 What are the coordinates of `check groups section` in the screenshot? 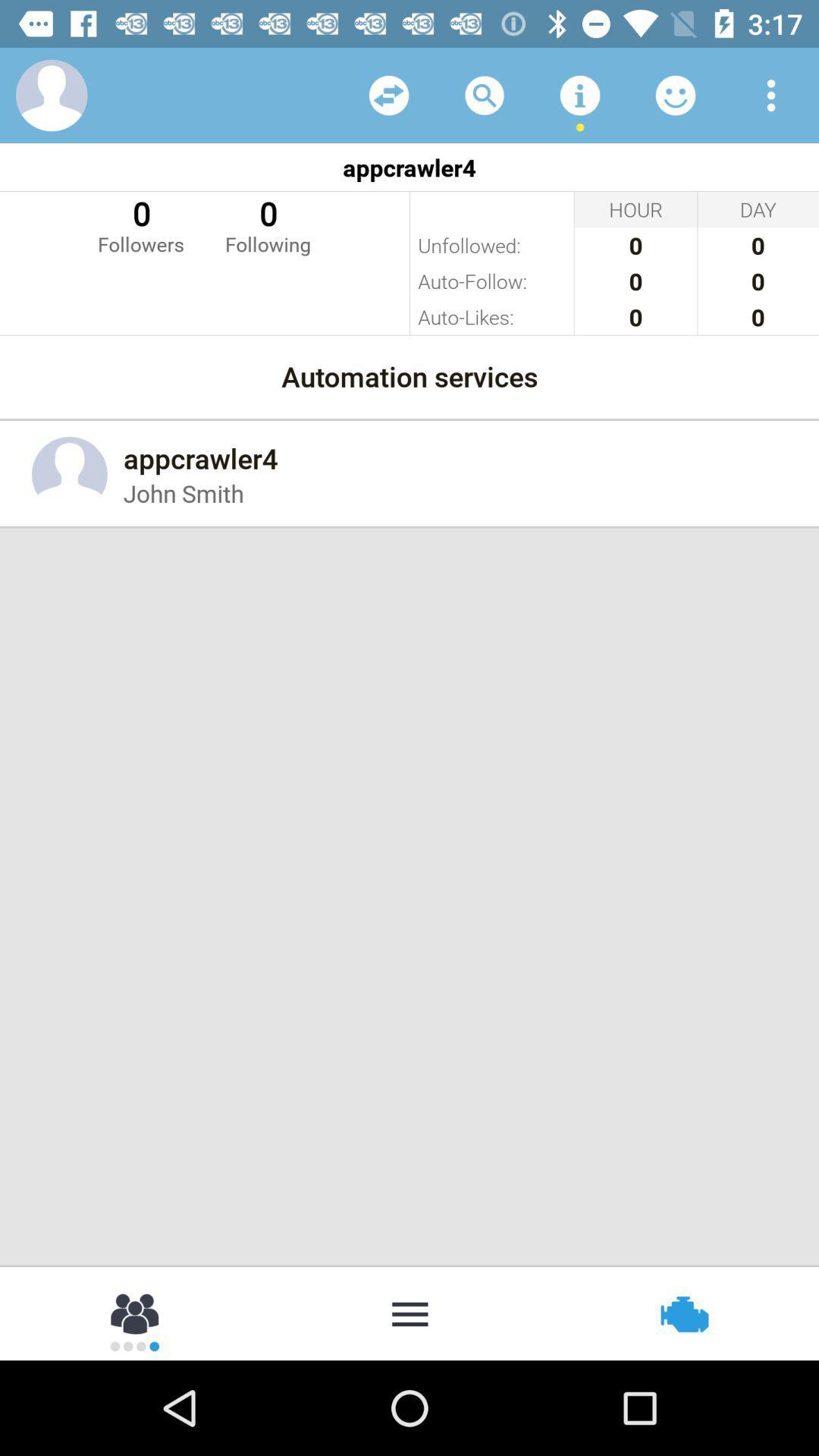 It's located at (135, 1312).